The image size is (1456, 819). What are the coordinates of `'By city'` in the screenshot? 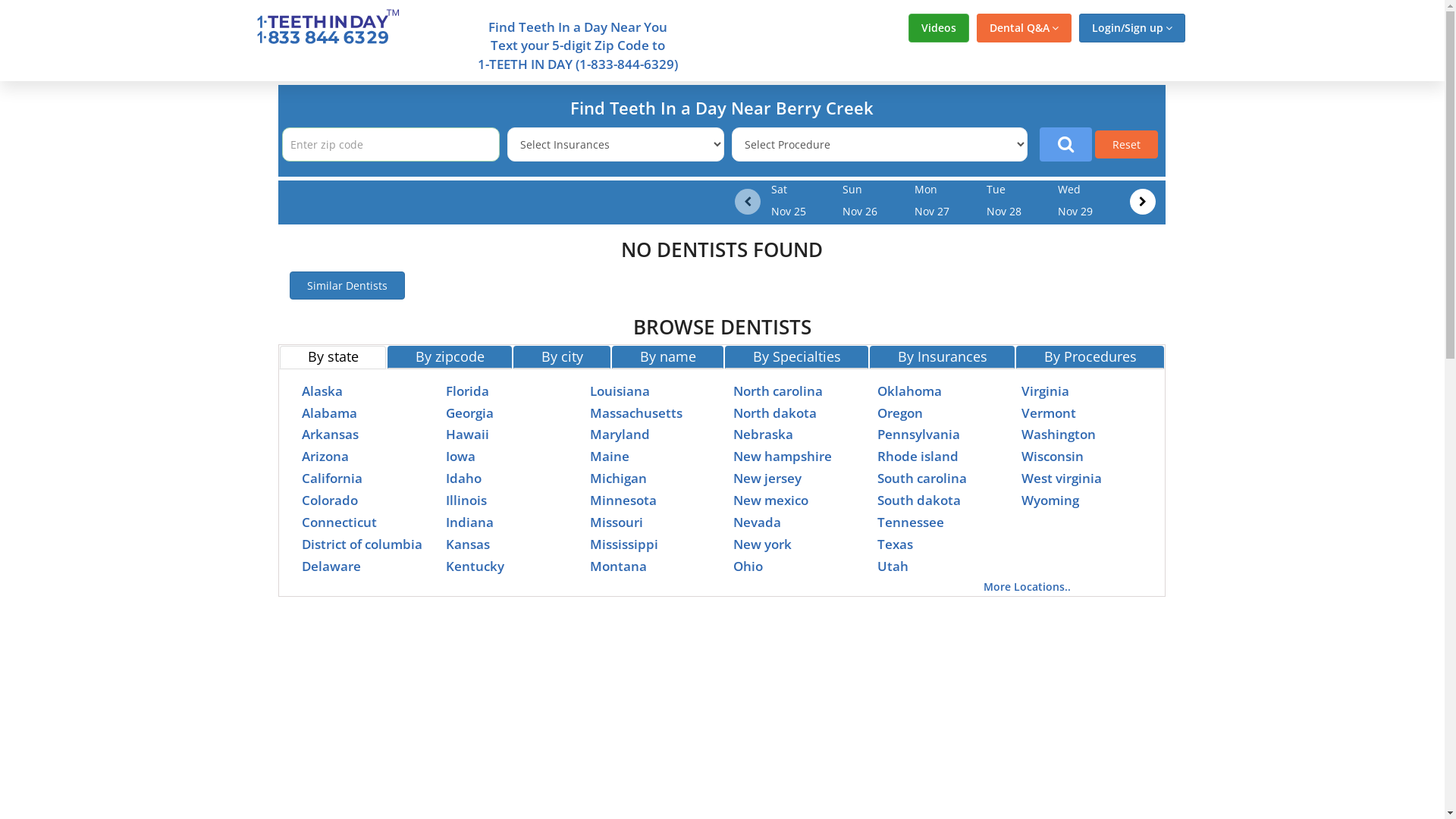 It's located at (513, 356).